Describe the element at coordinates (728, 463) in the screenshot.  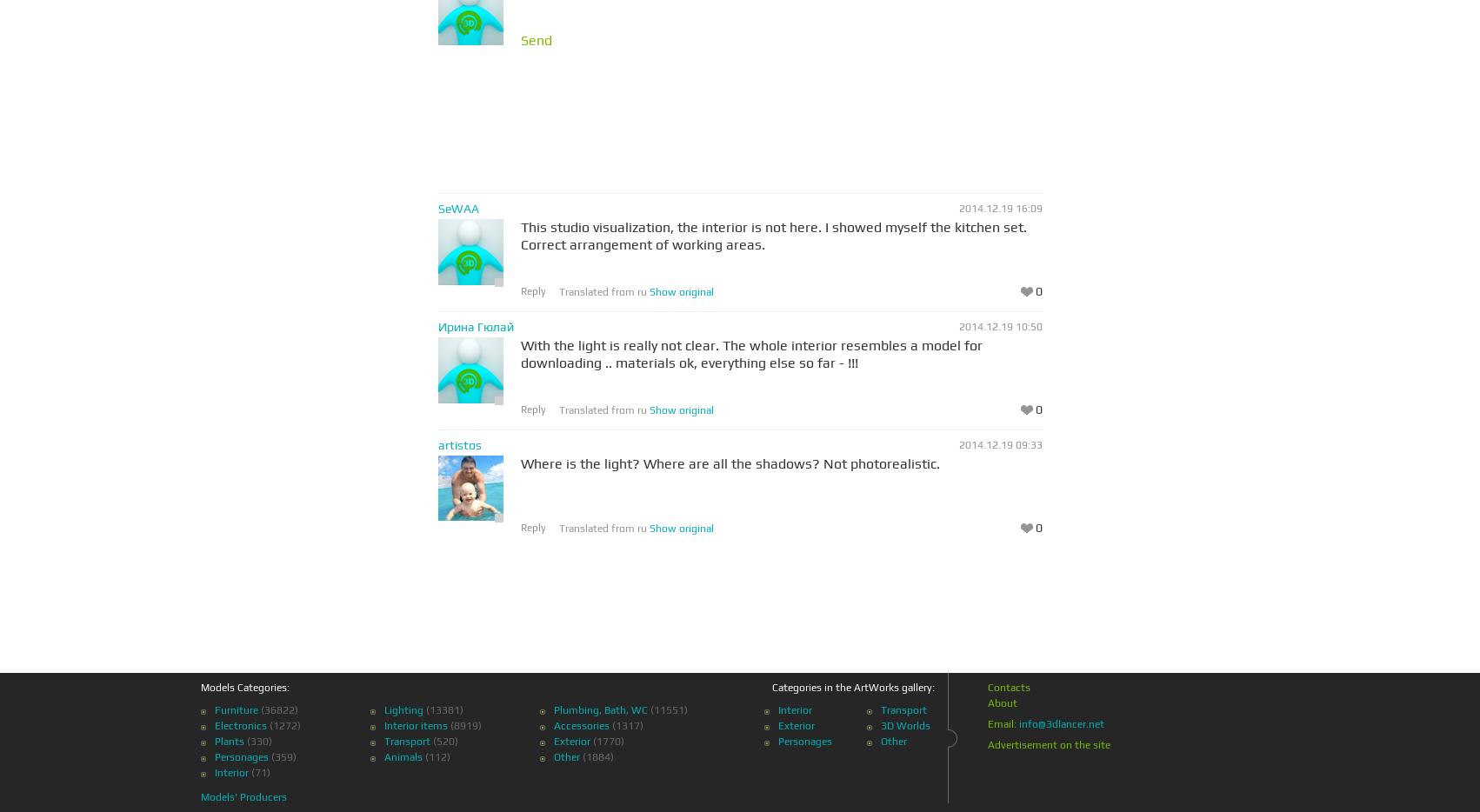
I see `'Where is the light? Where are all the shadows? Not photorealistic.'` at that location.